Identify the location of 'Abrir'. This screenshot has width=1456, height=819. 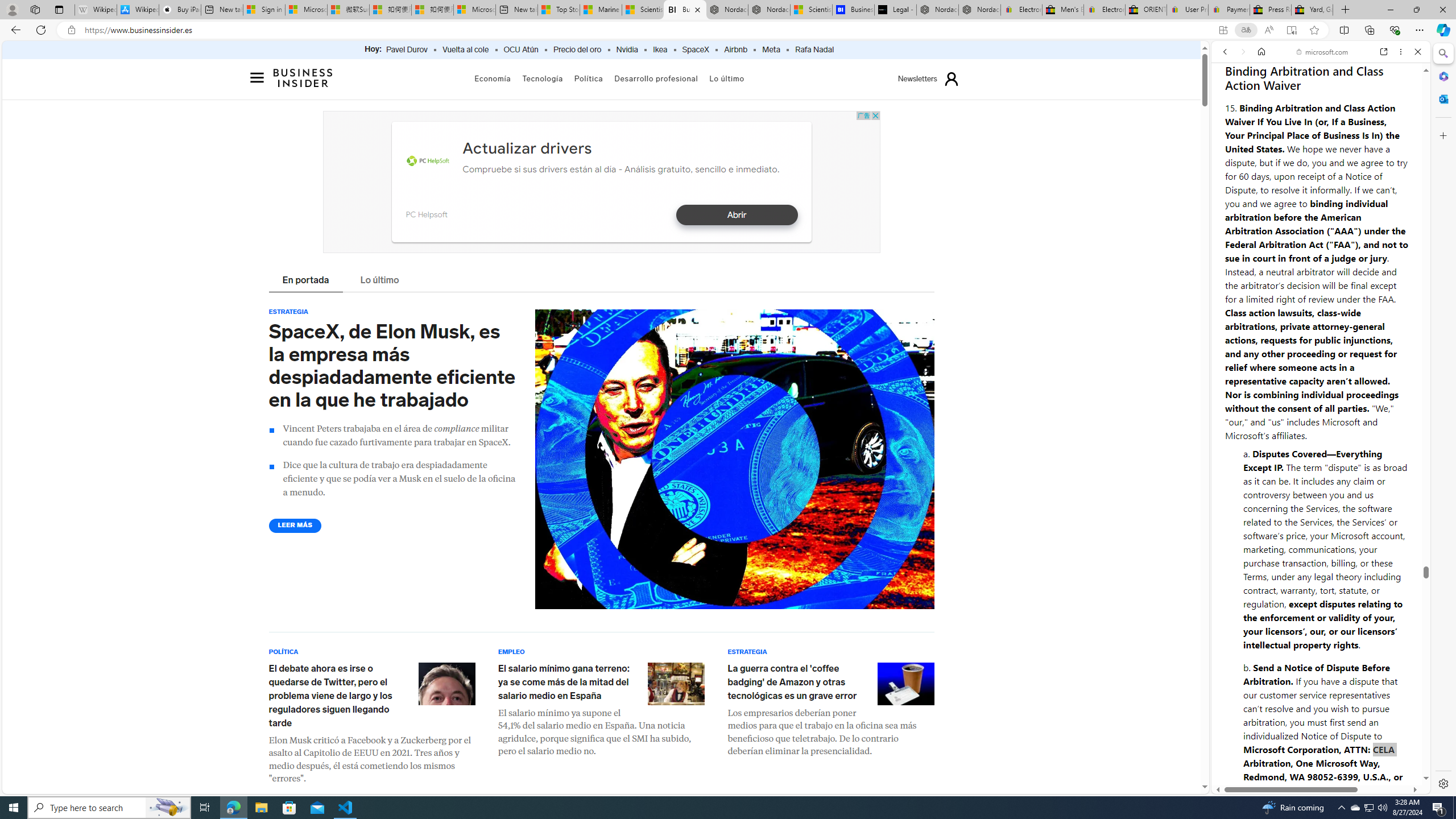
(737, 215).